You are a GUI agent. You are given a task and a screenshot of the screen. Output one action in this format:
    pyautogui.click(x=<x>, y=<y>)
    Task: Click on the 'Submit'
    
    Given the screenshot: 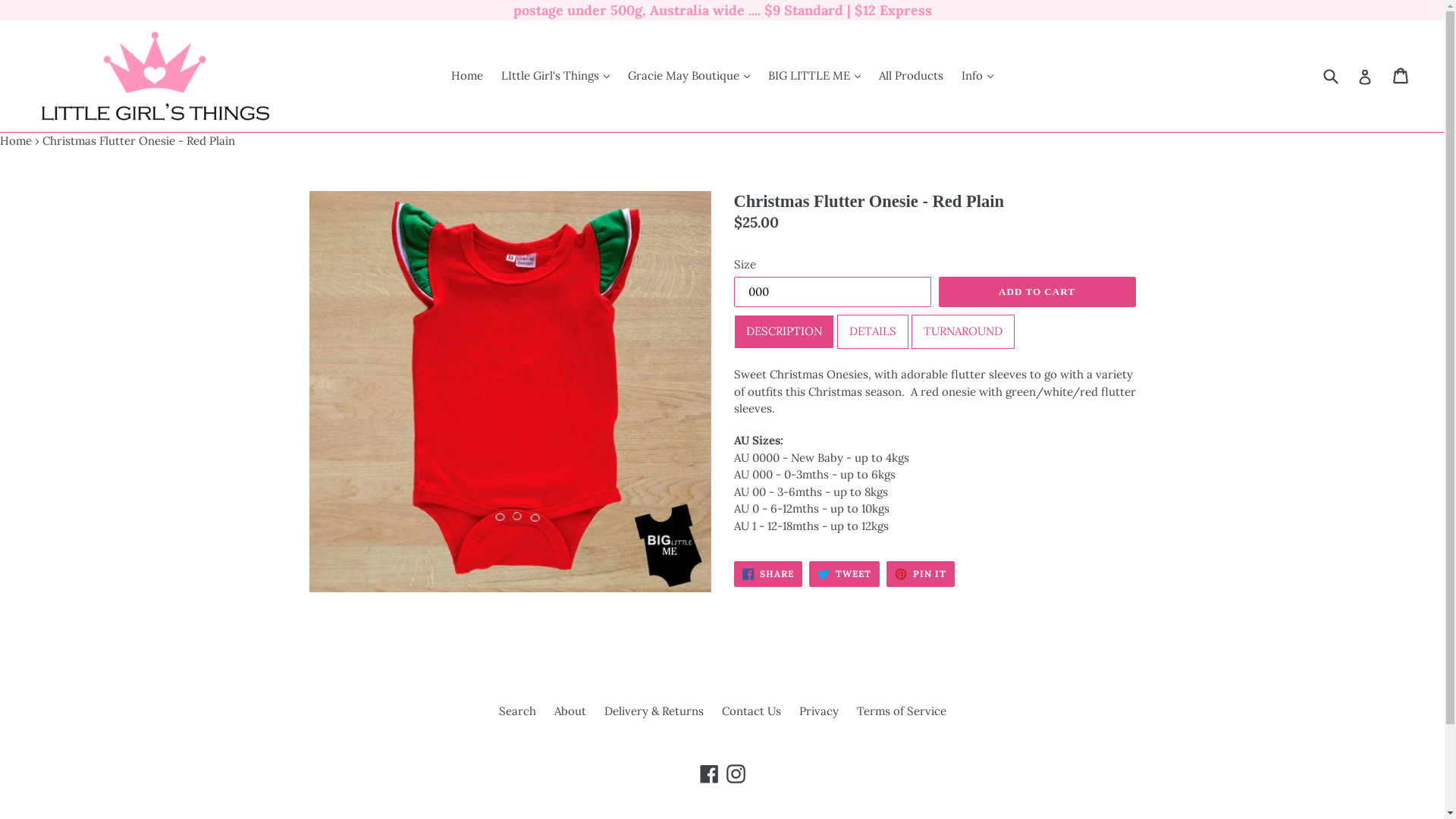 What is the action you would take?
    pyautogui.click(x=1329, y=76)
    